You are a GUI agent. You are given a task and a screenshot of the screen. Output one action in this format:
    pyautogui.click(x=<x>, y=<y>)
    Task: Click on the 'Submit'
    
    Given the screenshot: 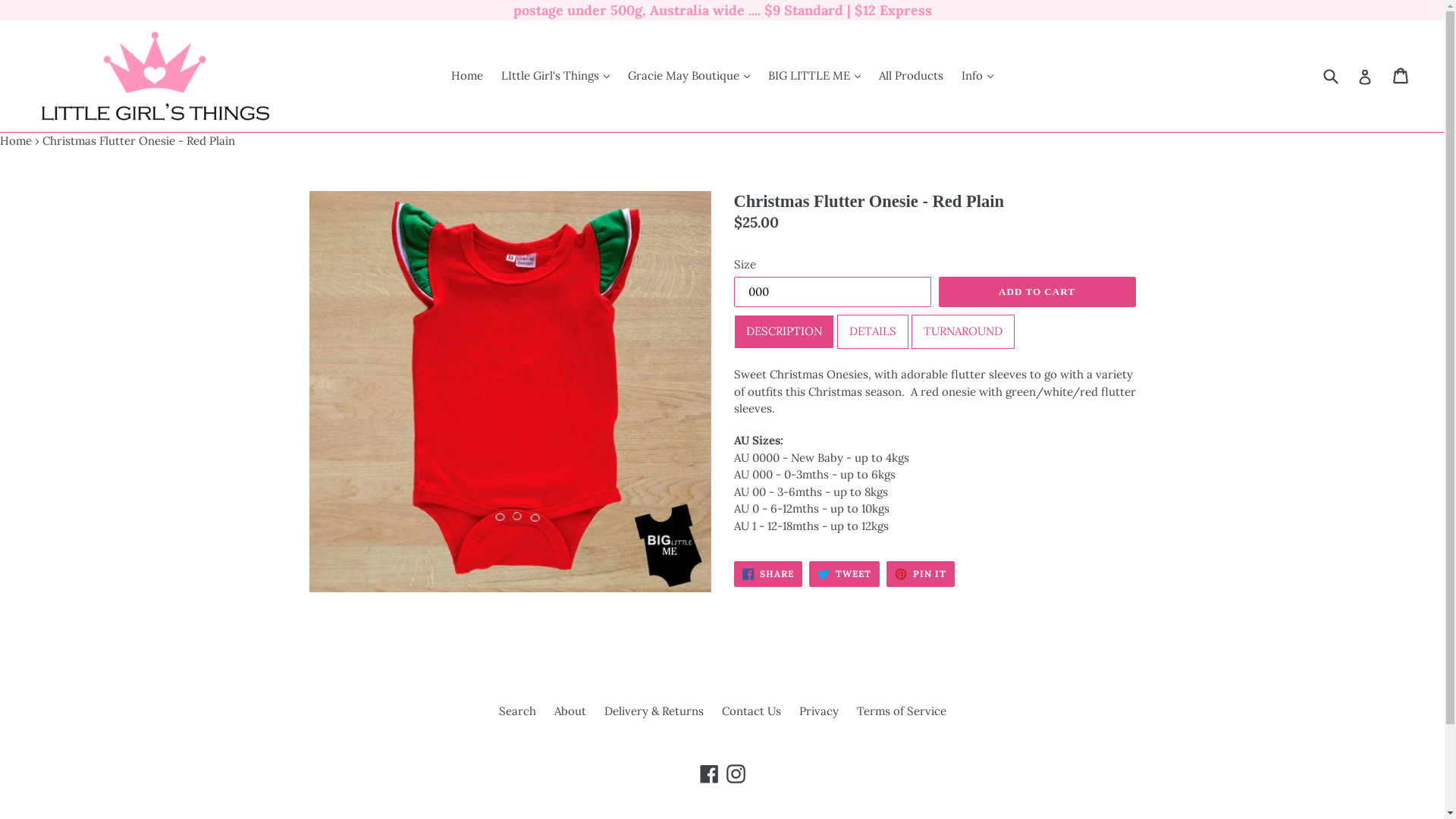 What is the action you would take?
    pyautogui.click(x=1329, y=76)
    